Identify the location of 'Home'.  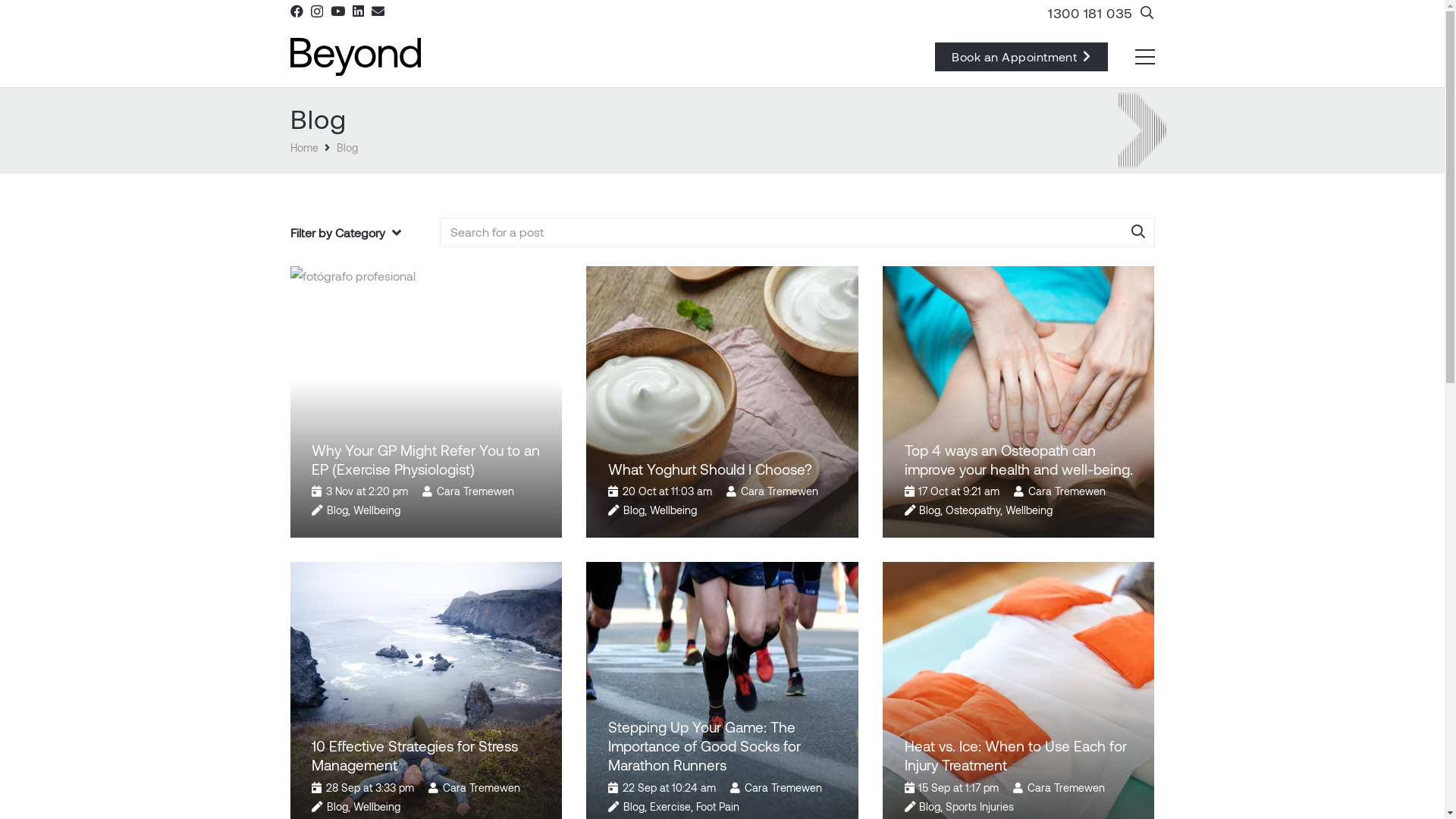
(290, 147).